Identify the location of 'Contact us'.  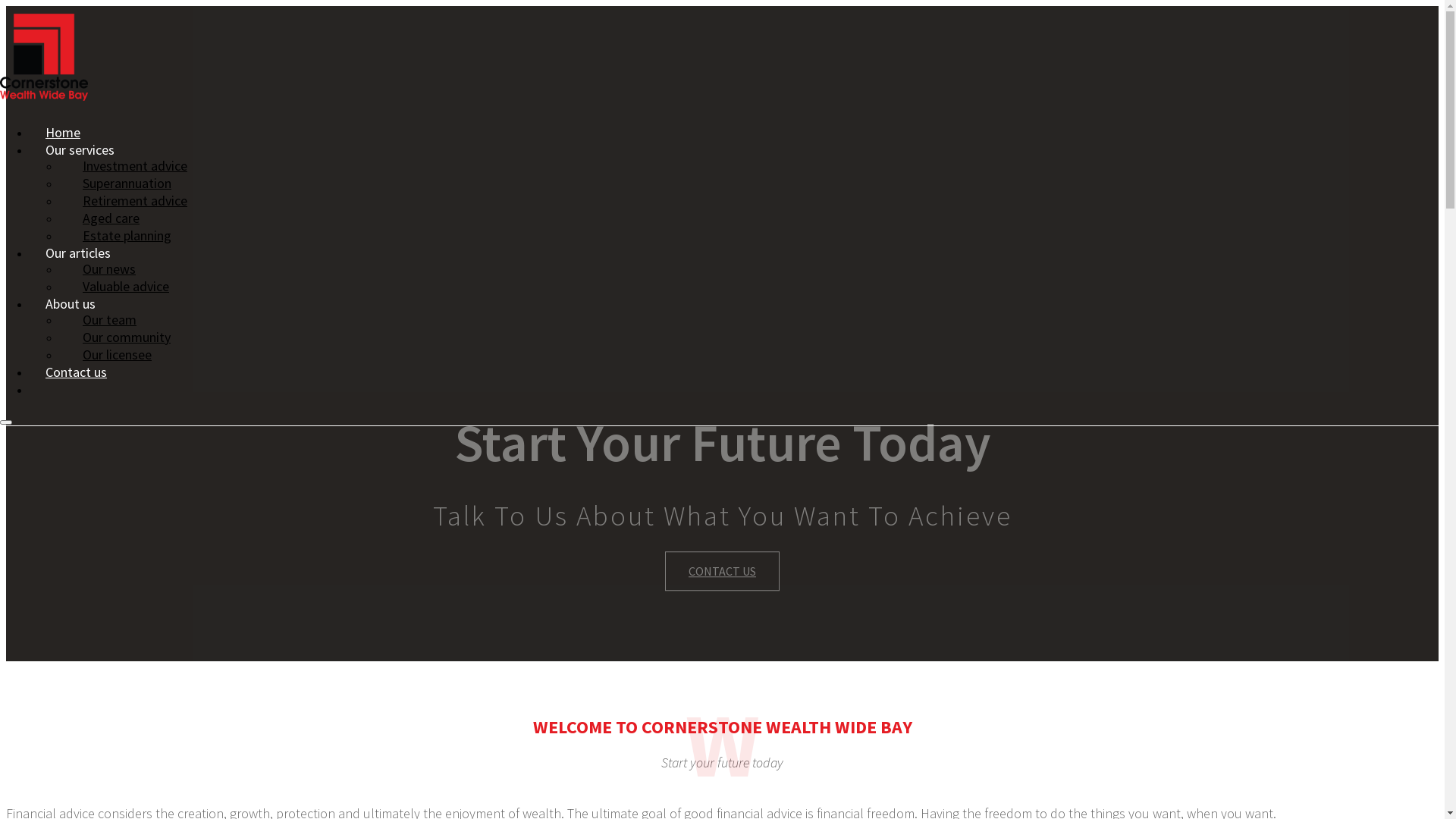
(30, 372).